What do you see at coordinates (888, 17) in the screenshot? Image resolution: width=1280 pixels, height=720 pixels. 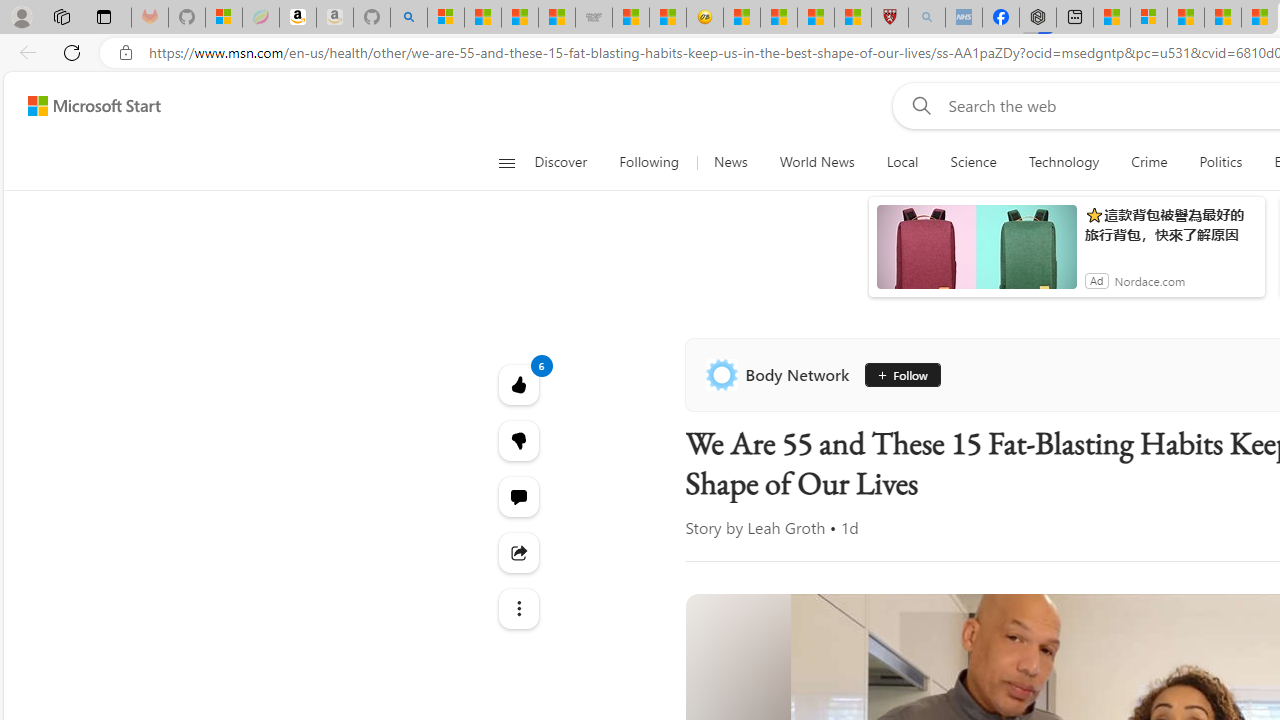 I see `'Robert H. Shmerling, MD - Harvard Health'` at bounding box center [888, 17].